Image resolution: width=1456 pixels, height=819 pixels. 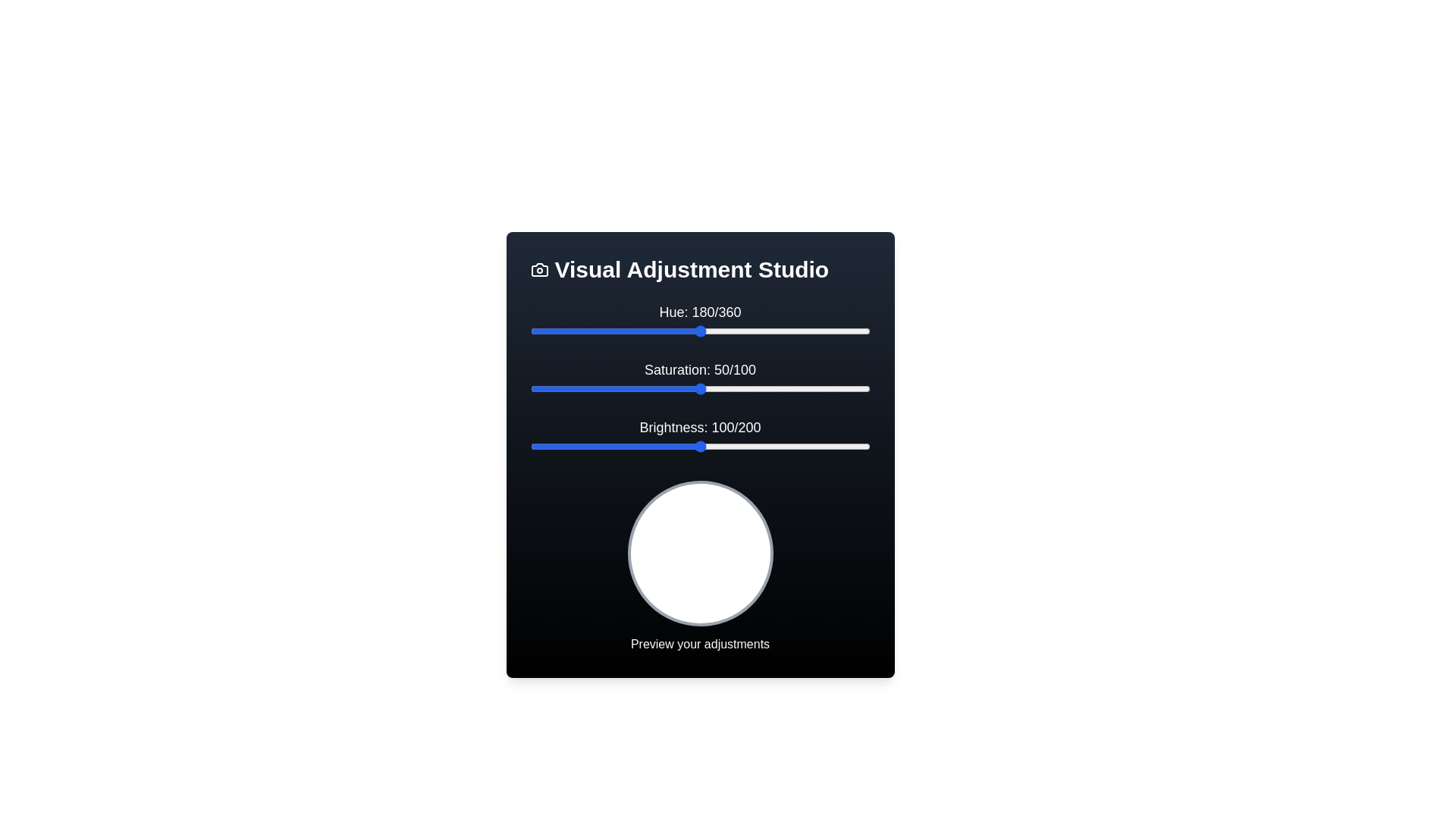 What do you see at coordinates (734, 388) in the screenshot?
I see `the 'Saturation' slider to 60 within its range` at bounding box center [734, 388].